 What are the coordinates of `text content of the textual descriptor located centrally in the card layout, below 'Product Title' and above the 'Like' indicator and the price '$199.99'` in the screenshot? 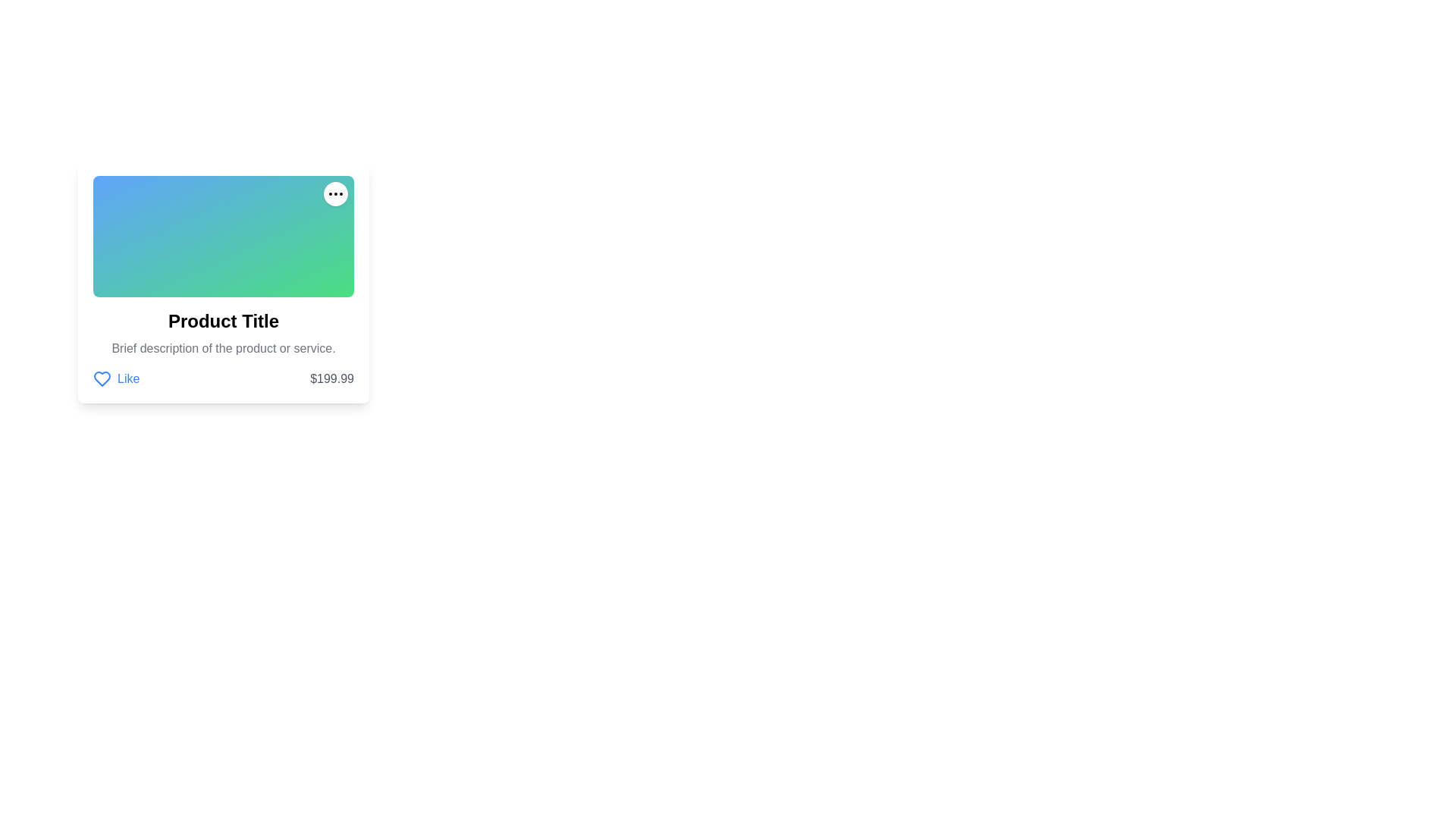 It's located at (222, 348).